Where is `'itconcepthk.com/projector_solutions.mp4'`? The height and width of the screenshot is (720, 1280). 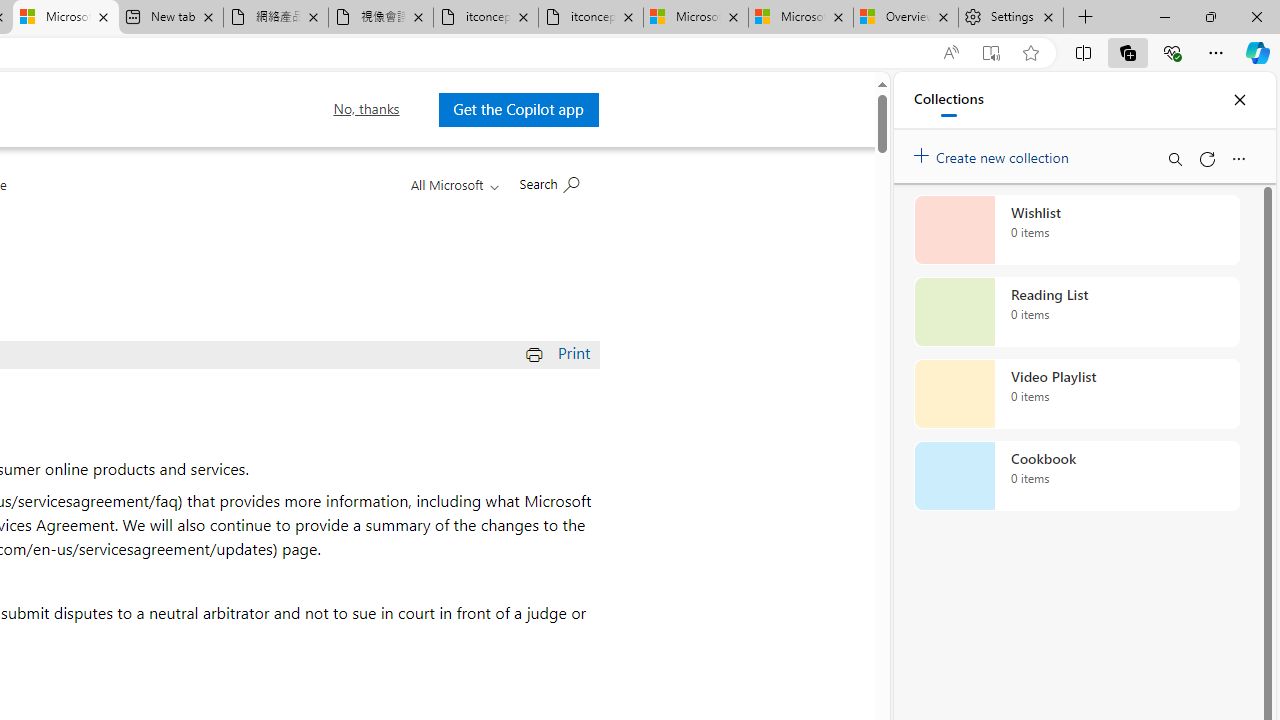
'itconcepthk.com/projector_solutions.mp4' is located at coordinates (589, 17).